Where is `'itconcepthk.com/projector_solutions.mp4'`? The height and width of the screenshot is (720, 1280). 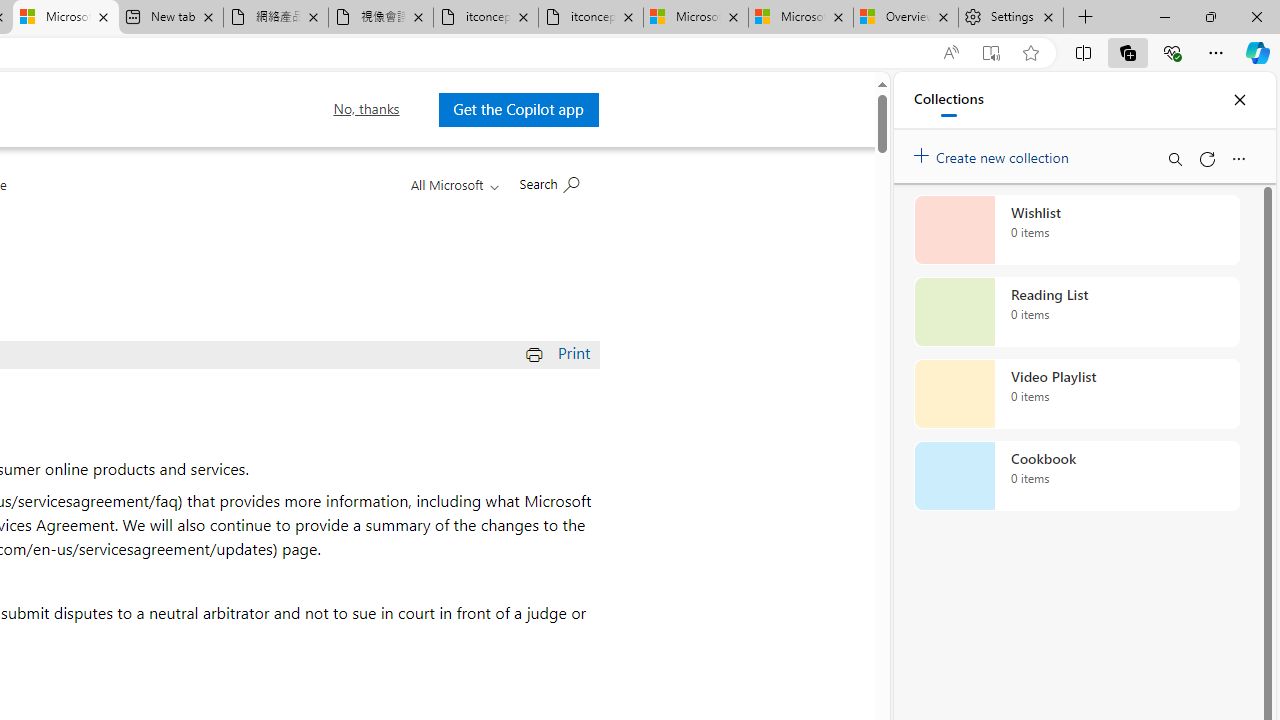
'itconcepthk.com/projector_solutions.mp4' is located at coordinates (589, 17).